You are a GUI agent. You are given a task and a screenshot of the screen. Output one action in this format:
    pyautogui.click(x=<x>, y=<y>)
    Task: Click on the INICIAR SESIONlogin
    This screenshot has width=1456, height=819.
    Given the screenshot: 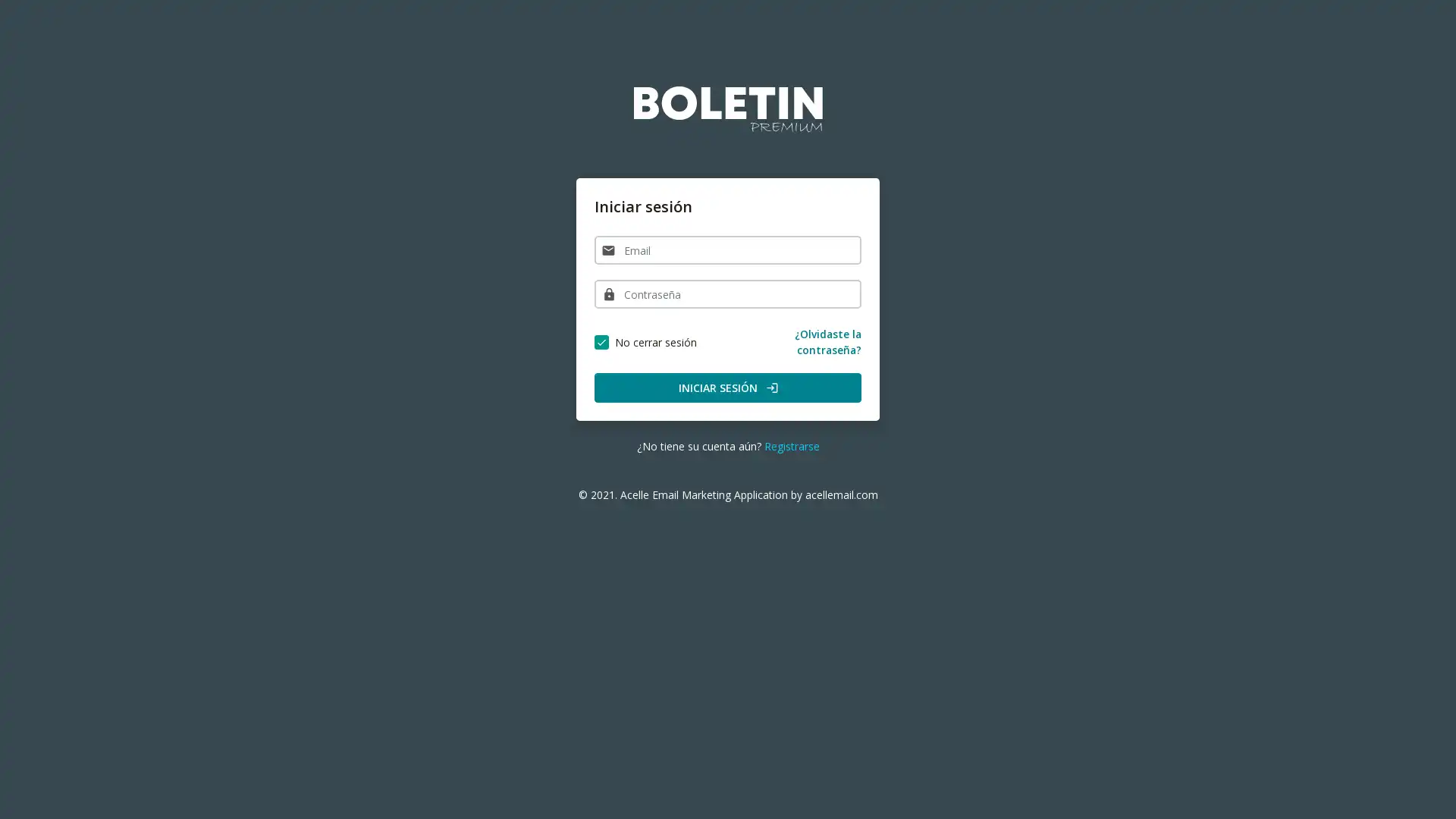 What is the action you would take?
    pyautogui.click(x=728, y=387)
    